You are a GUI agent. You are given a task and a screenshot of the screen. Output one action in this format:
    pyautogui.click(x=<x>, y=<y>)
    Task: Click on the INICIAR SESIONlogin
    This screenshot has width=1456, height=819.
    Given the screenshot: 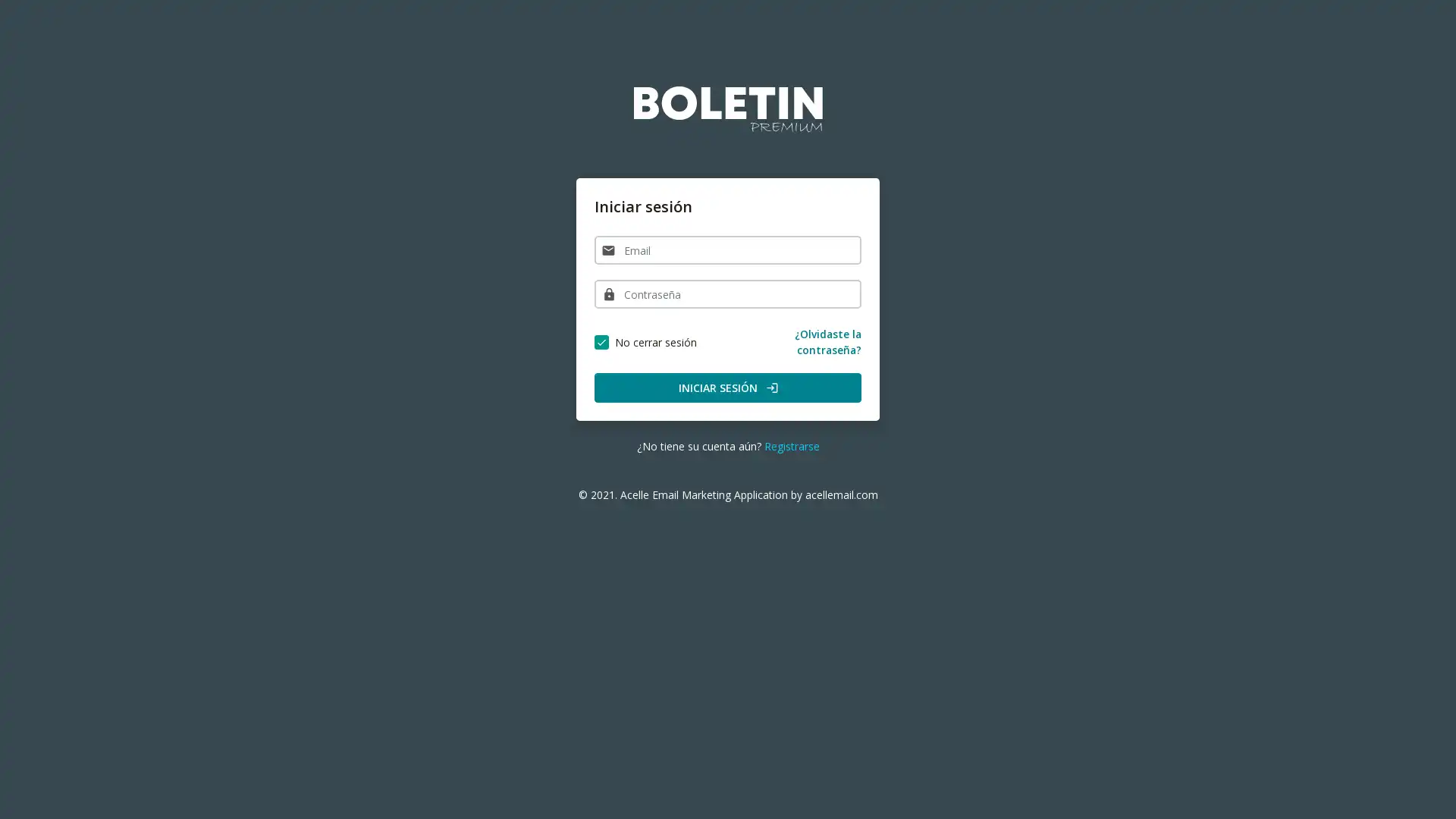 What is the action you would take?
    pyautogui.click(x=728, y=387)
    